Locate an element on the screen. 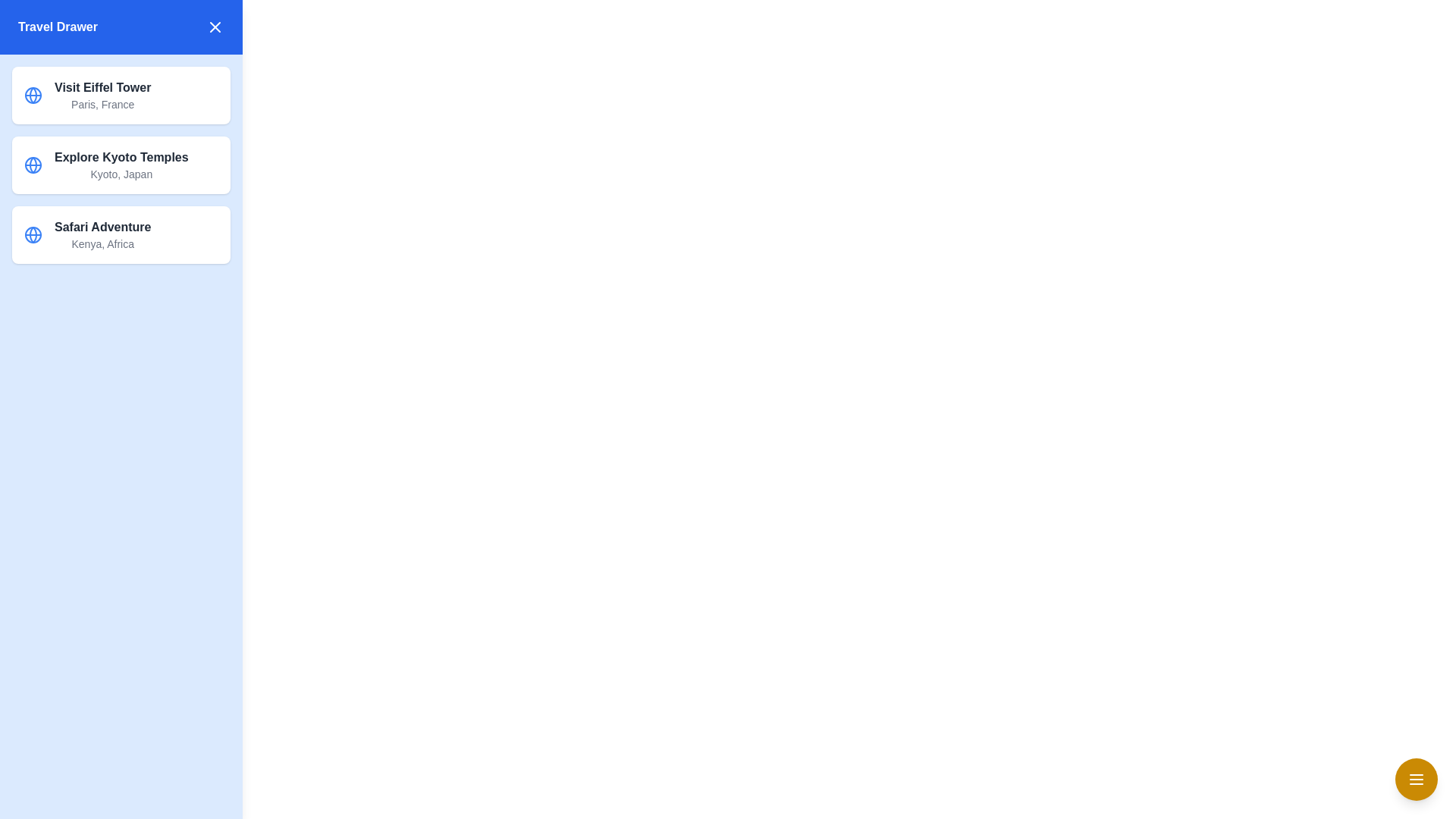 The width and height of the screenshot is (1456, 819). the close button located at the top-right corner of the navigation drawer, adjacent to the title 'Travel Drawer' is located at coordinates (214, 27).